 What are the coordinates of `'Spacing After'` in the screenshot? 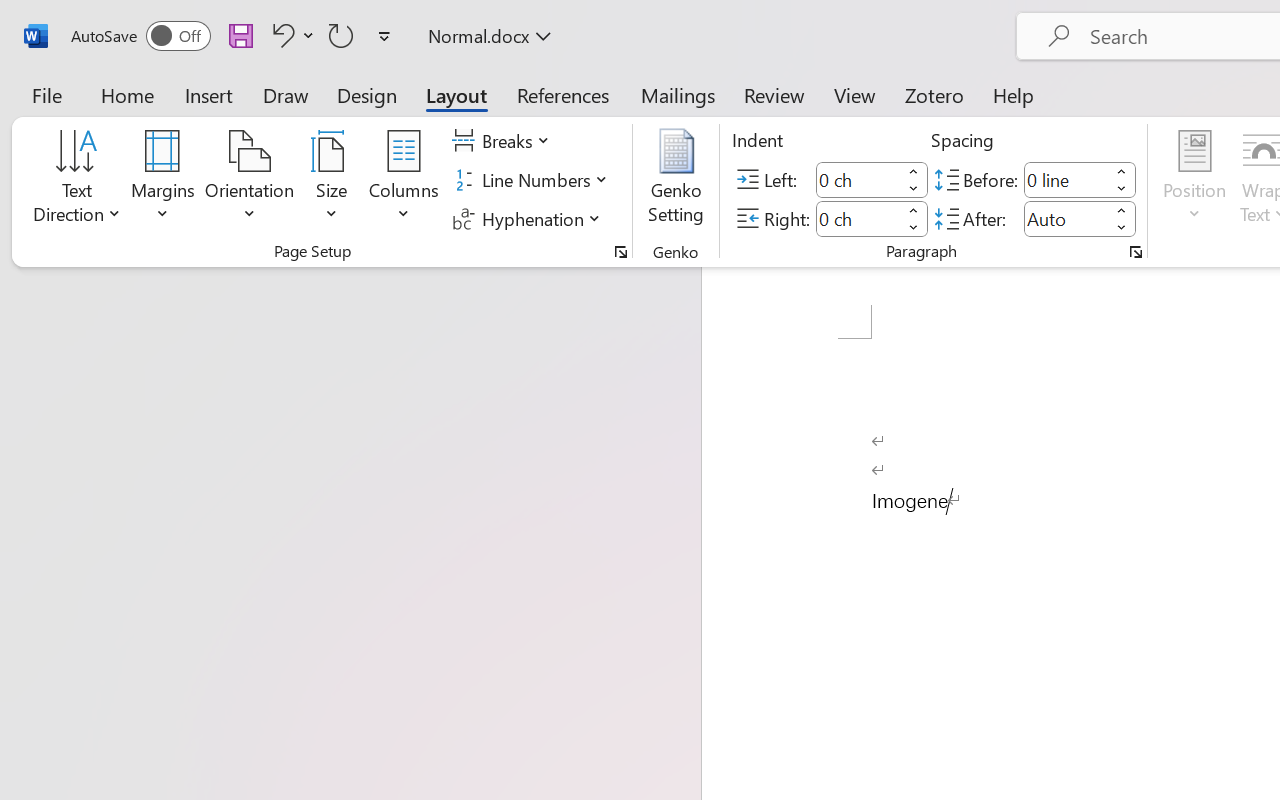 It's located at (1065, 218).